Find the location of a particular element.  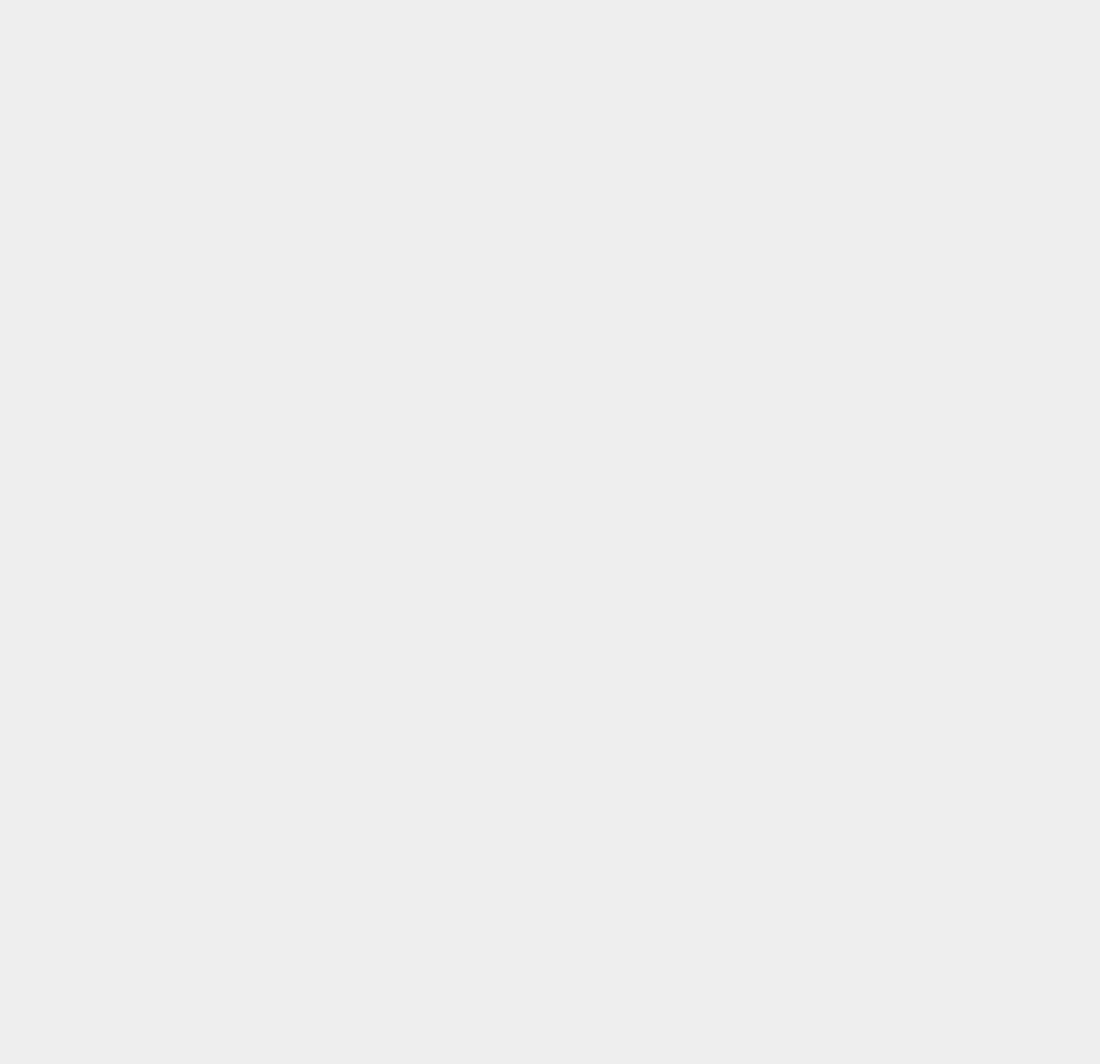

'SSD' is located at coordinates (790, 122).